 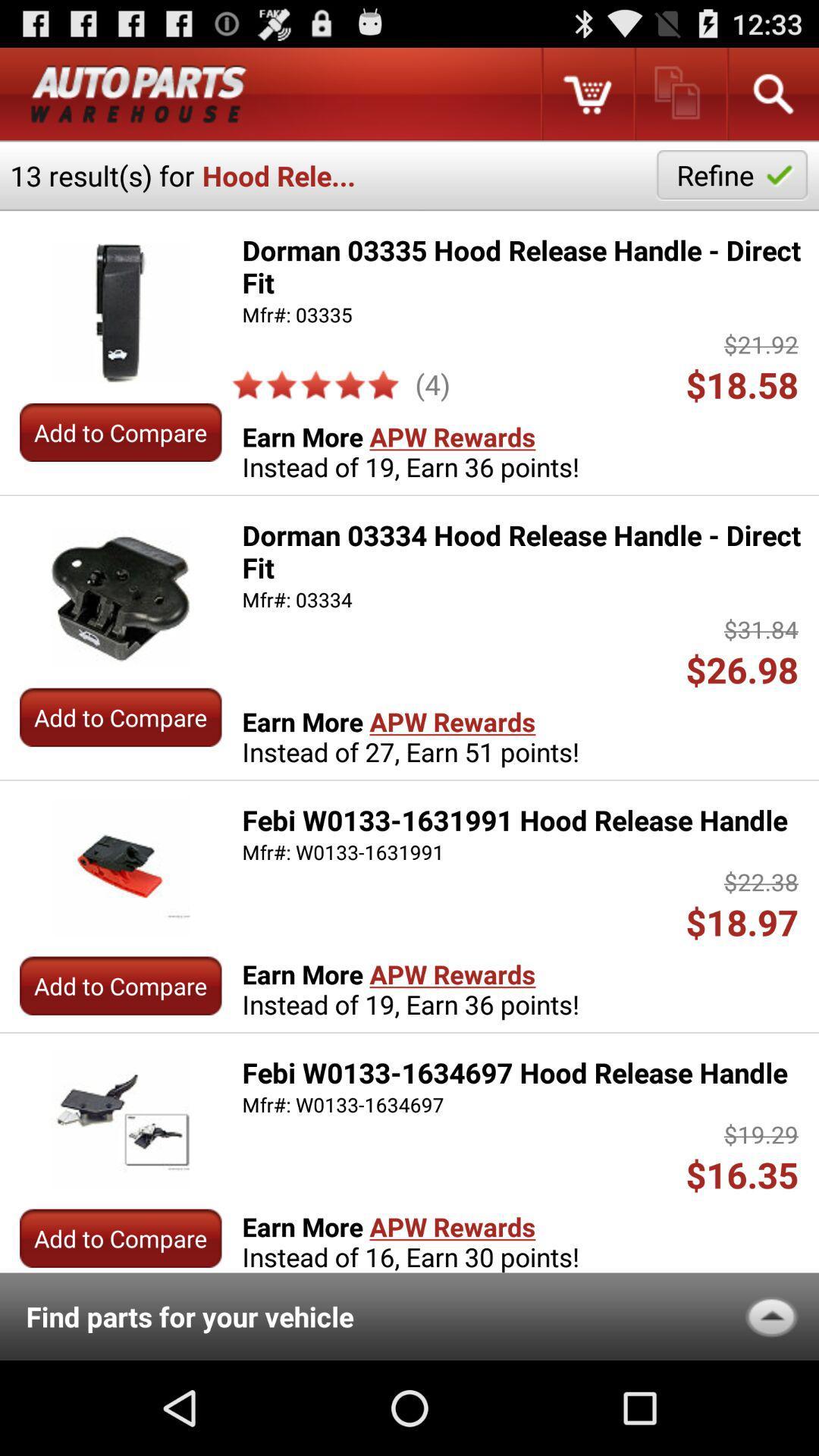 What do you see at coordinates (139, 93) in the screenshot?
I see `homepage` at bounding box center [139, 93].